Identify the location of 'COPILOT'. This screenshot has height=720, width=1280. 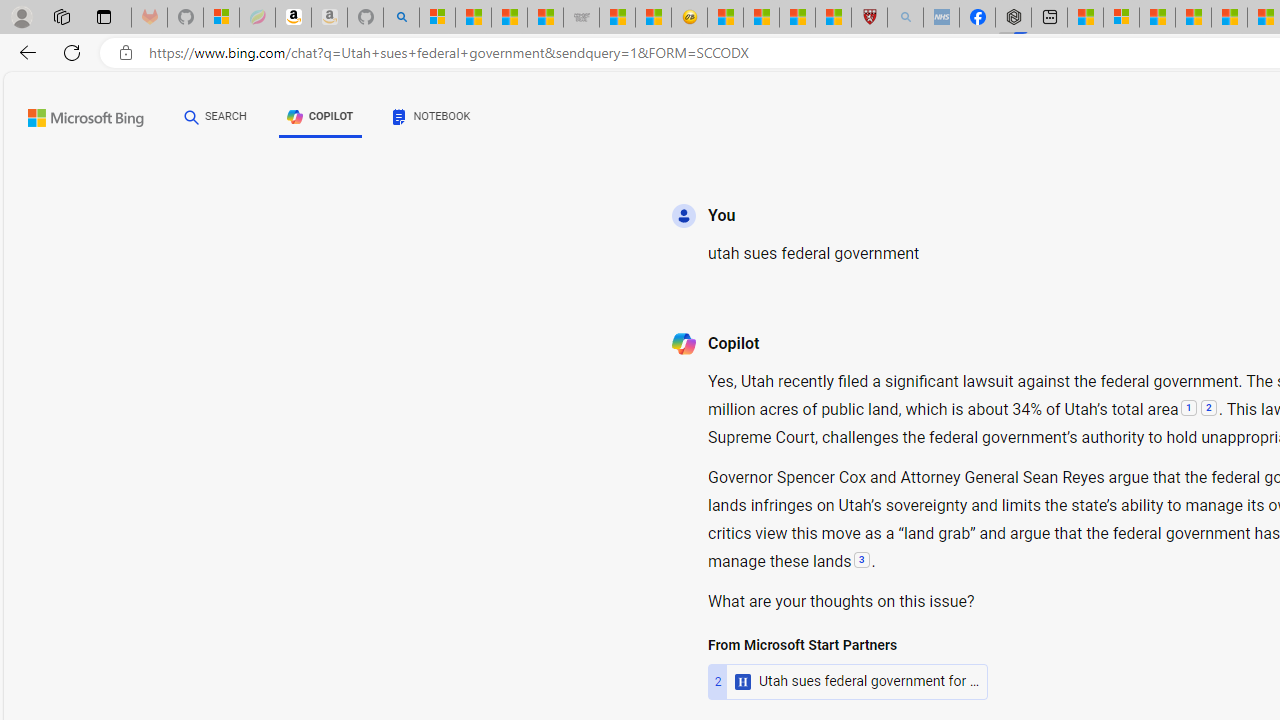
(320, 117).